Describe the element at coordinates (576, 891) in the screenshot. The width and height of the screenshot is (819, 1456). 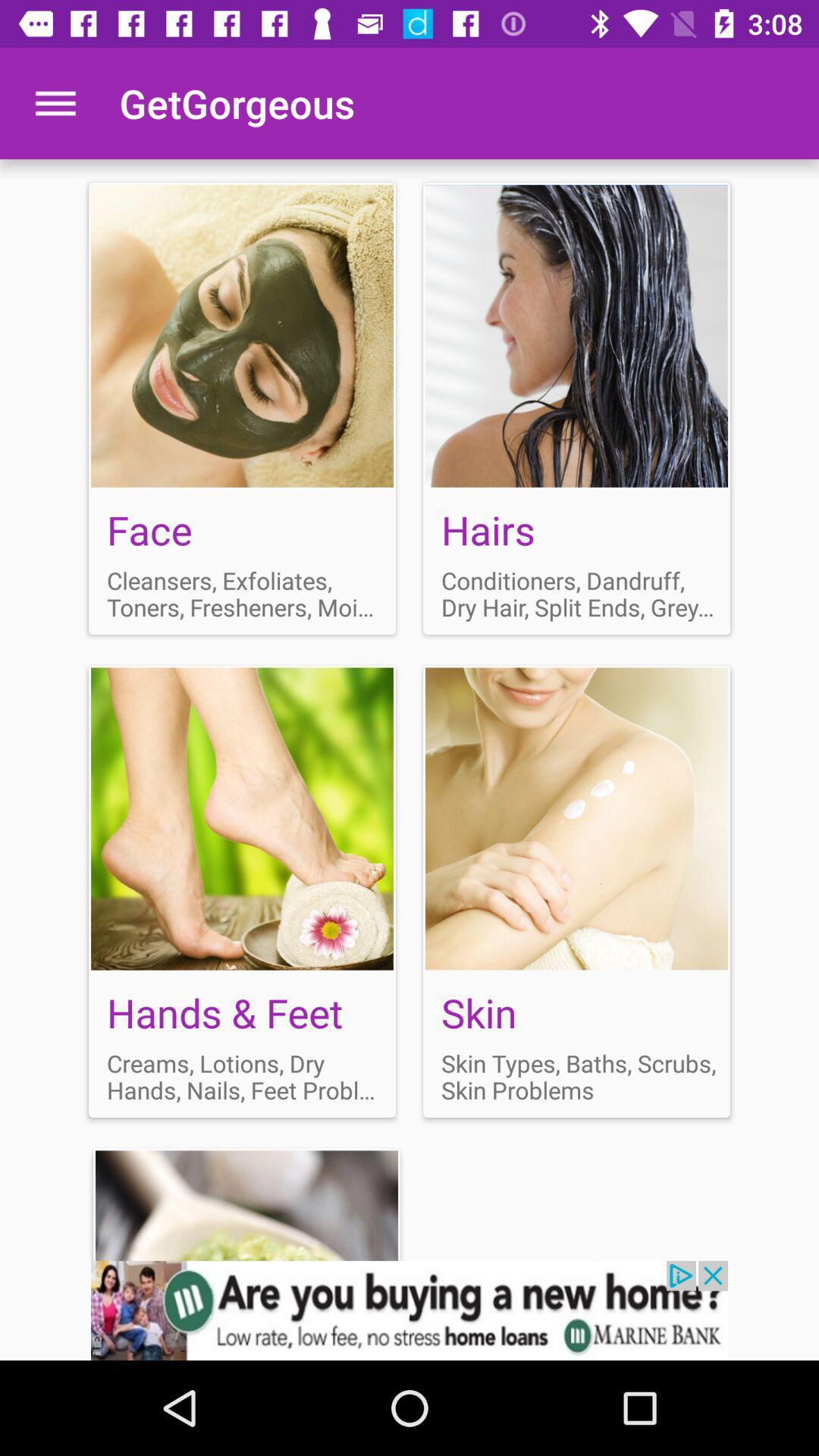
I see `advertisement` at that location.